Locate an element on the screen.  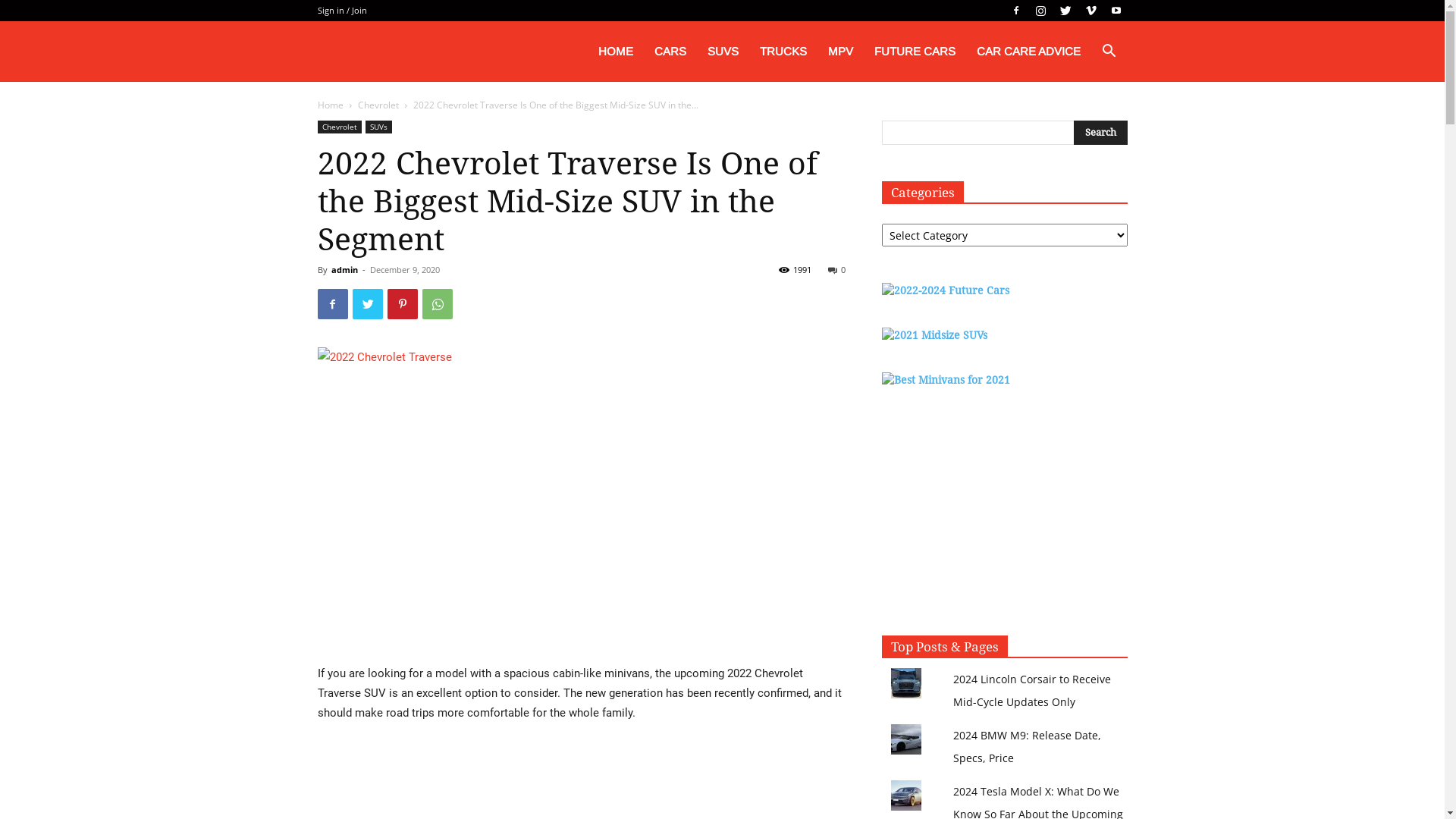
'Facebook' is located at coordinates (331, 304).